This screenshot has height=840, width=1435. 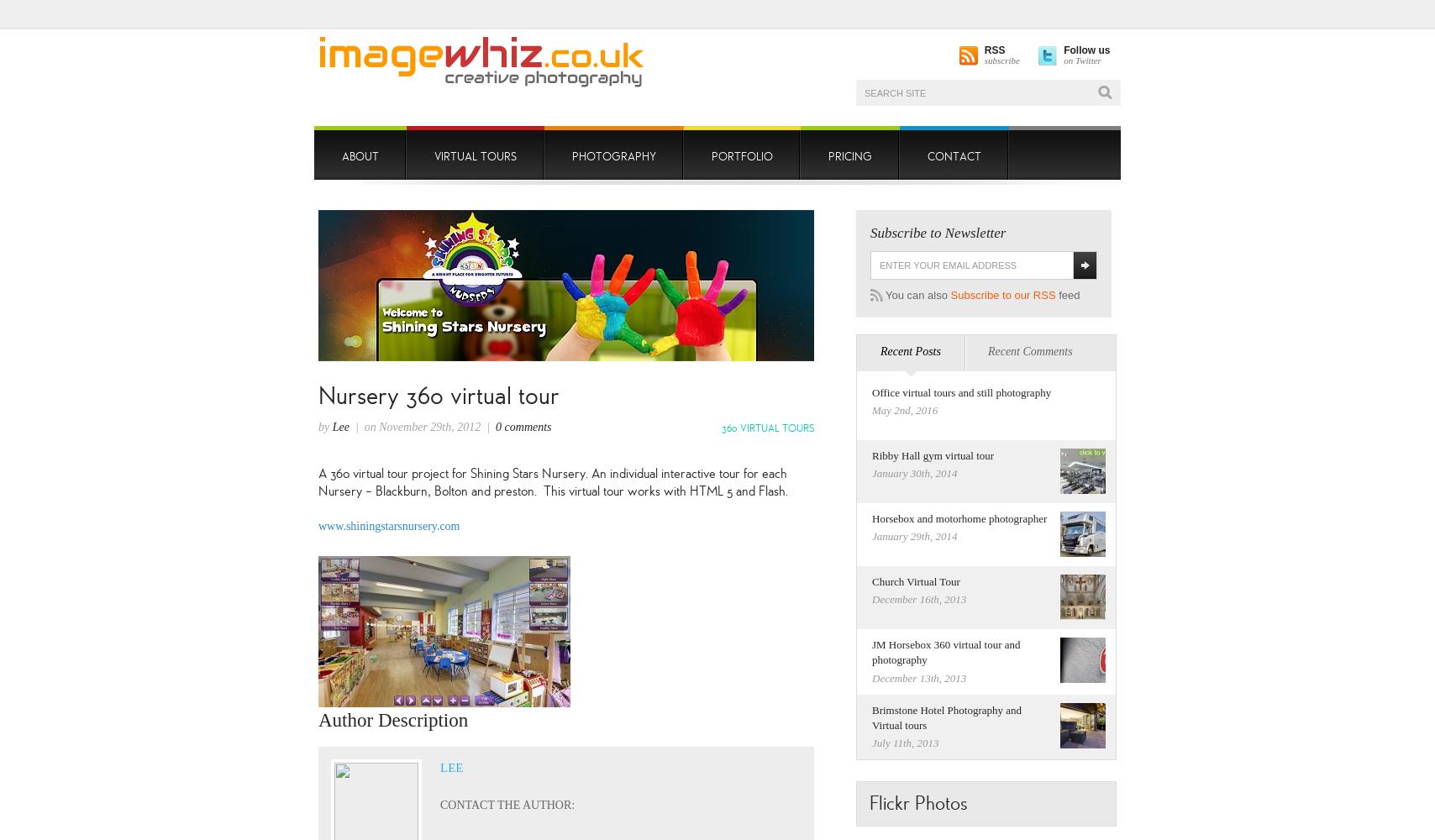 I want to click on 'Flickr Photos', so click(x=917, y=802).